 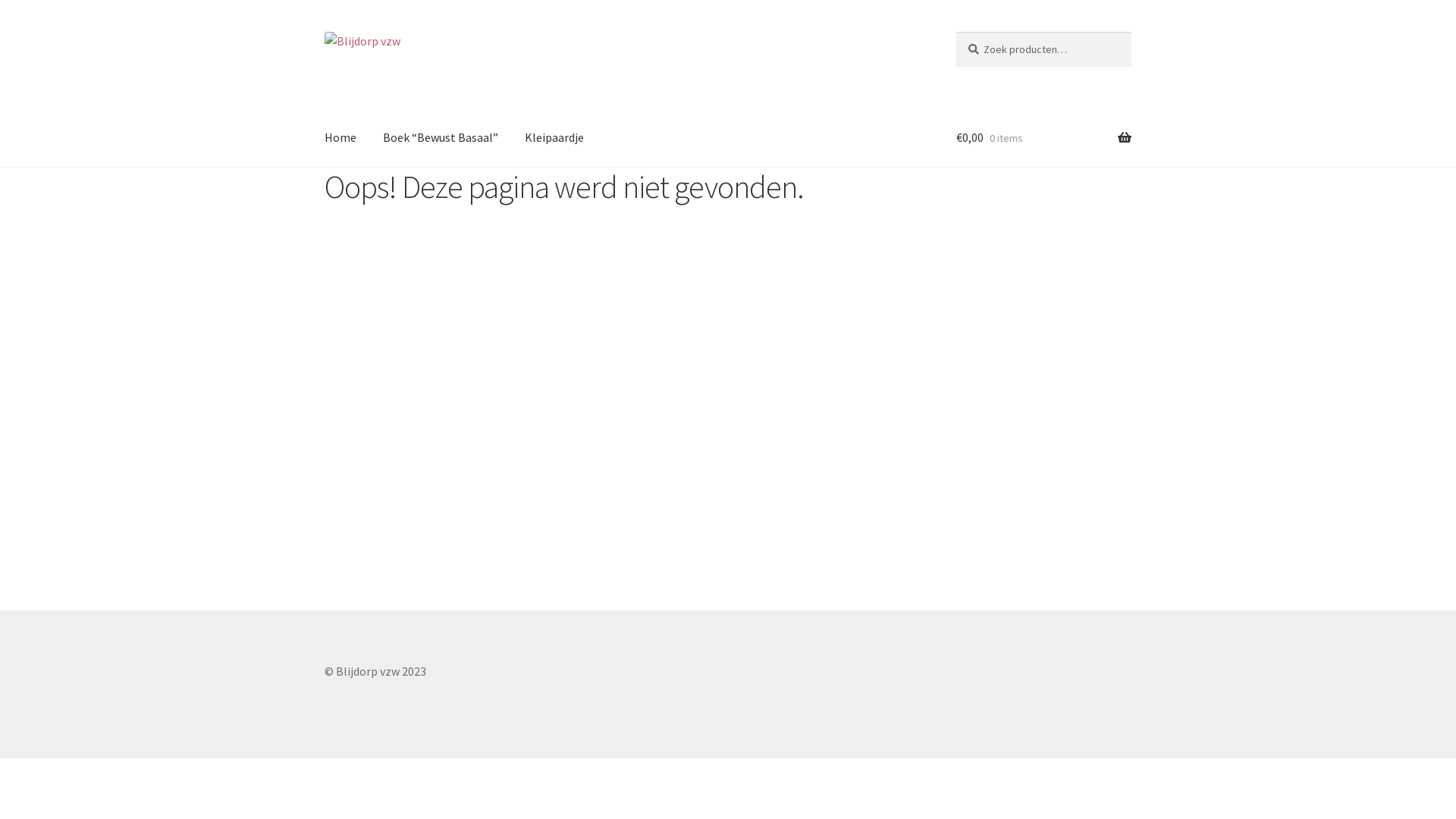 What do you see at coordinates (553, 137) in the screenshot?
I see `'Kleipaardje'` at bounding box center [553, 137].